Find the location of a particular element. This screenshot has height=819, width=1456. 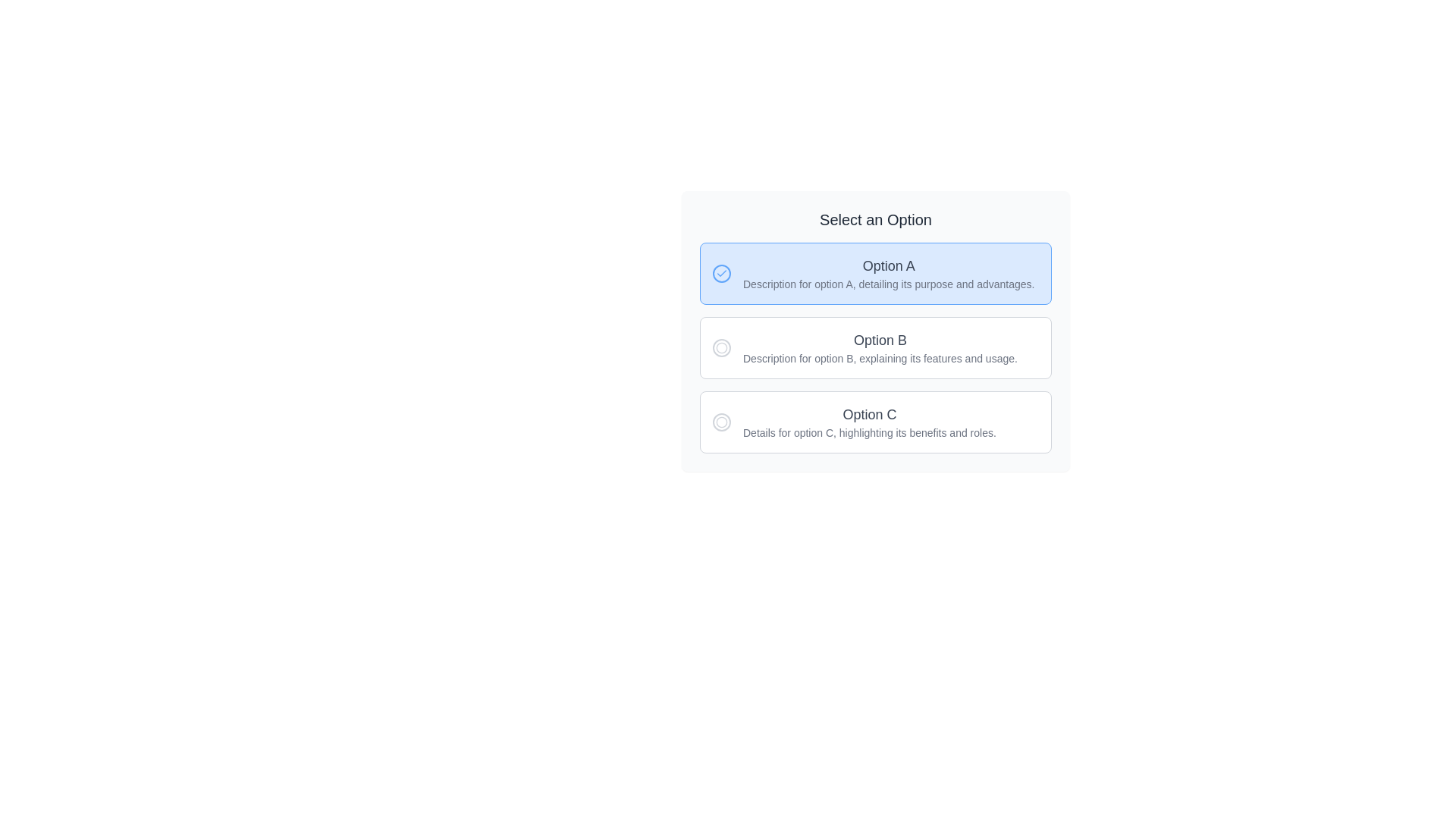

the radio button next to the Option B label is located at coordinates (720, 348).